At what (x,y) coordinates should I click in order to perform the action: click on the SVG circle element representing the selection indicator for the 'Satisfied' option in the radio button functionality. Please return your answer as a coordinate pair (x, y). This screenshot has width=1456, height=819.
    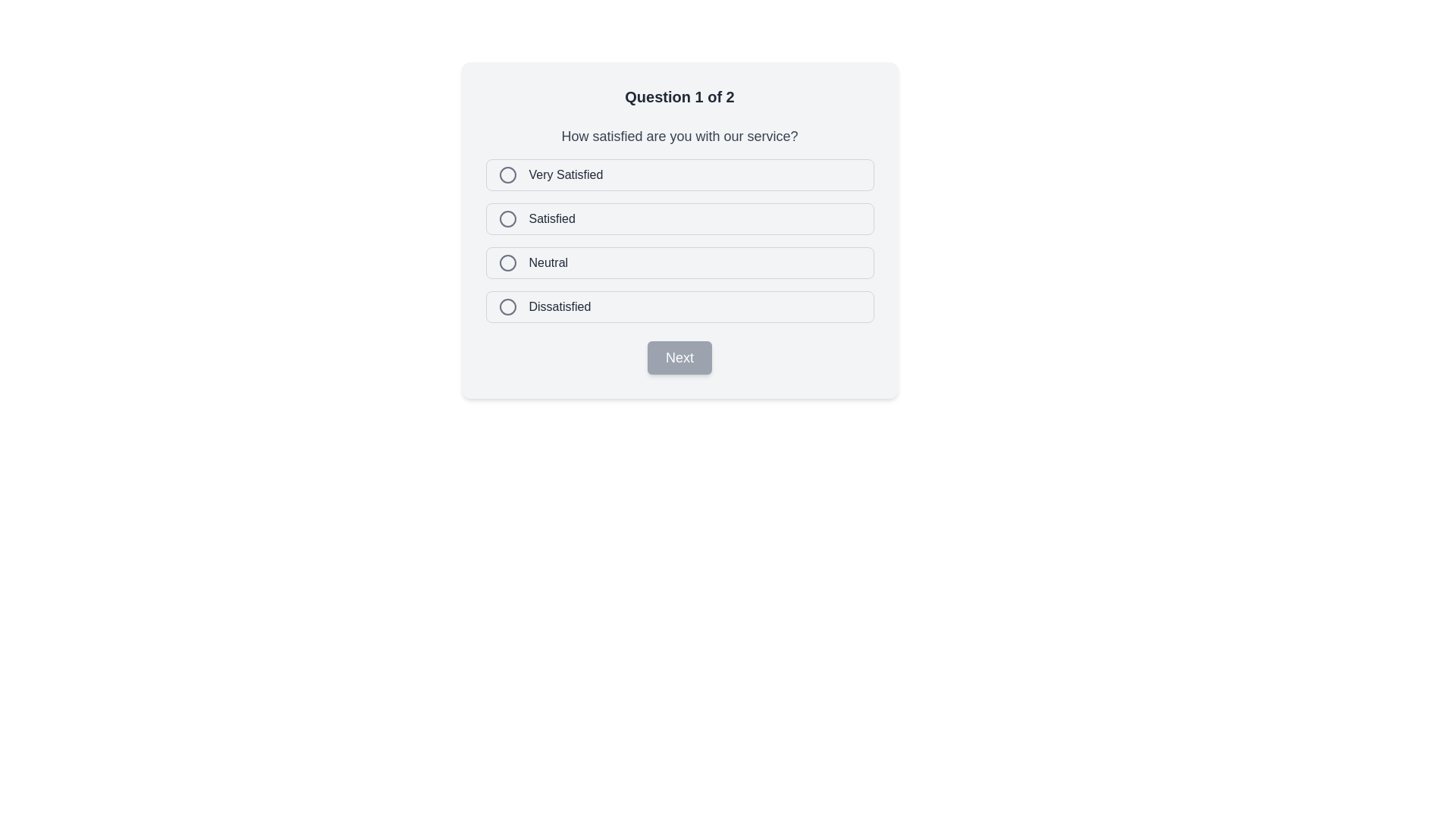
    Looking at the image, I should click on (507, 219).